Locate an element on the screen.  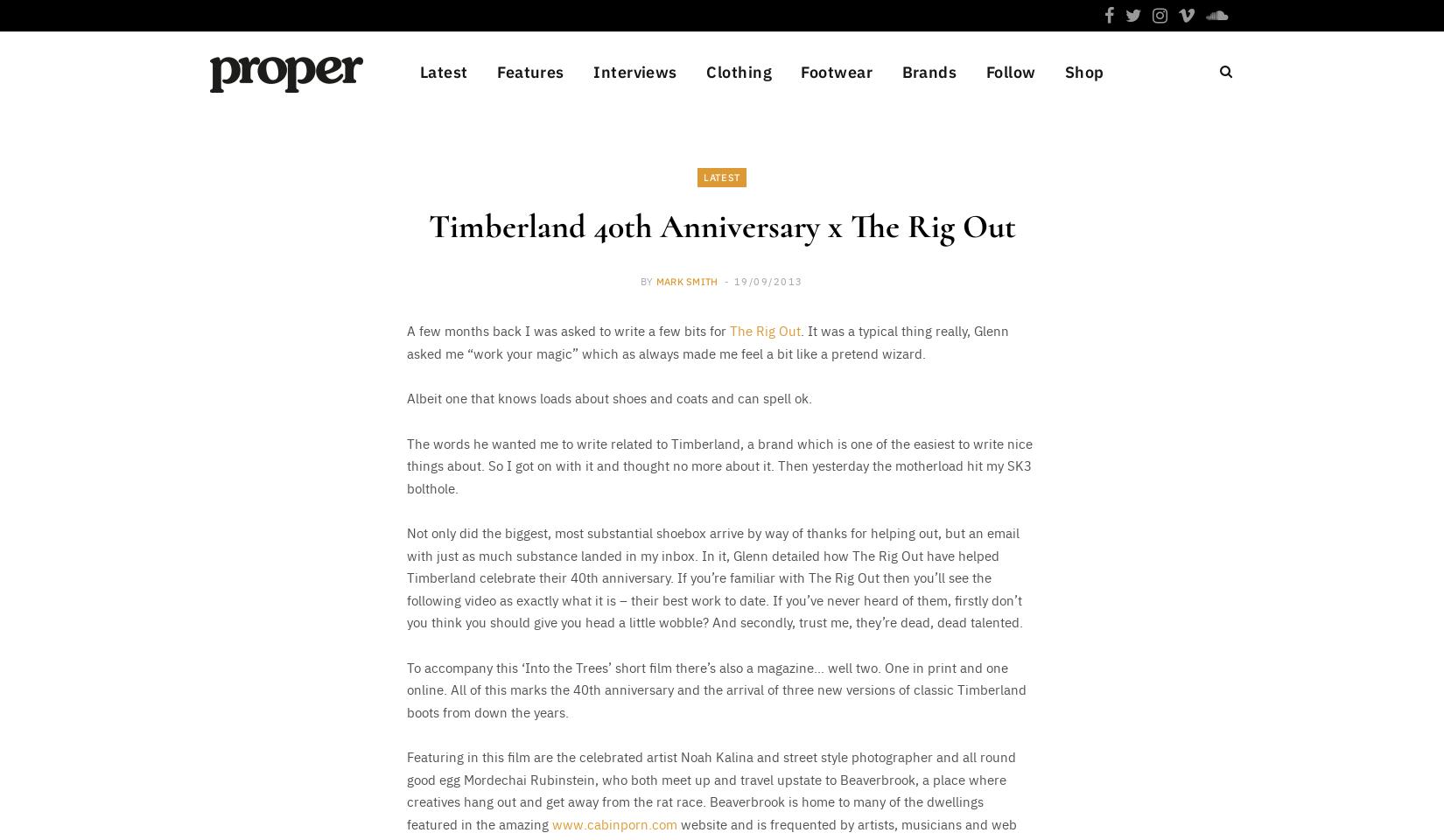
'To accompany this ‘Into the Trees’ short film there’s also a magazine… well two. One in print and one online. All of this marks the 40th anniversary and the arrival of three new versions of classic Timberland boots from down the years.' is located at coordinates (716, 689).